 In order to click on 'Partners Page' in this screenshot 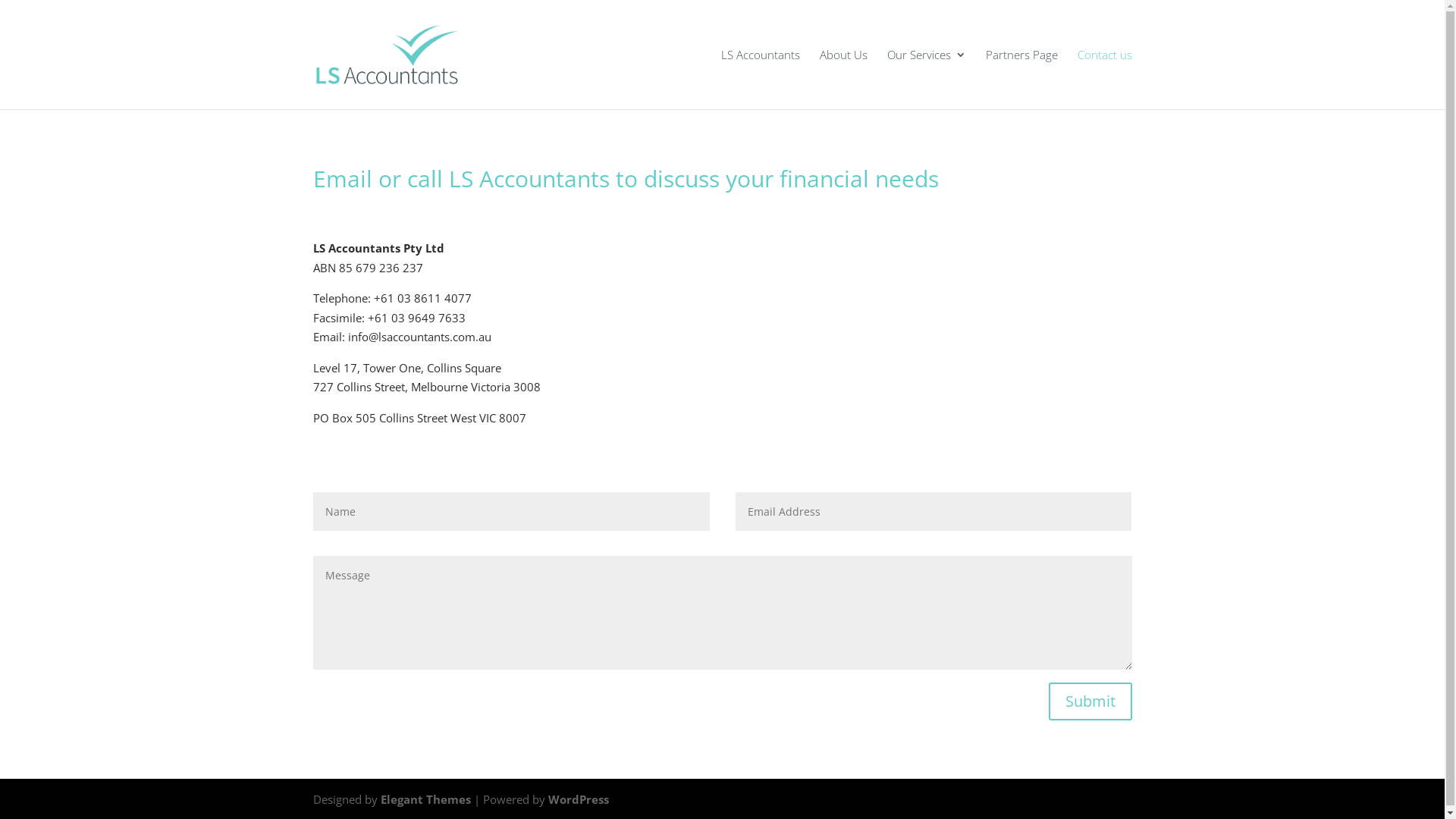, I will do `click(1021, 79)`.